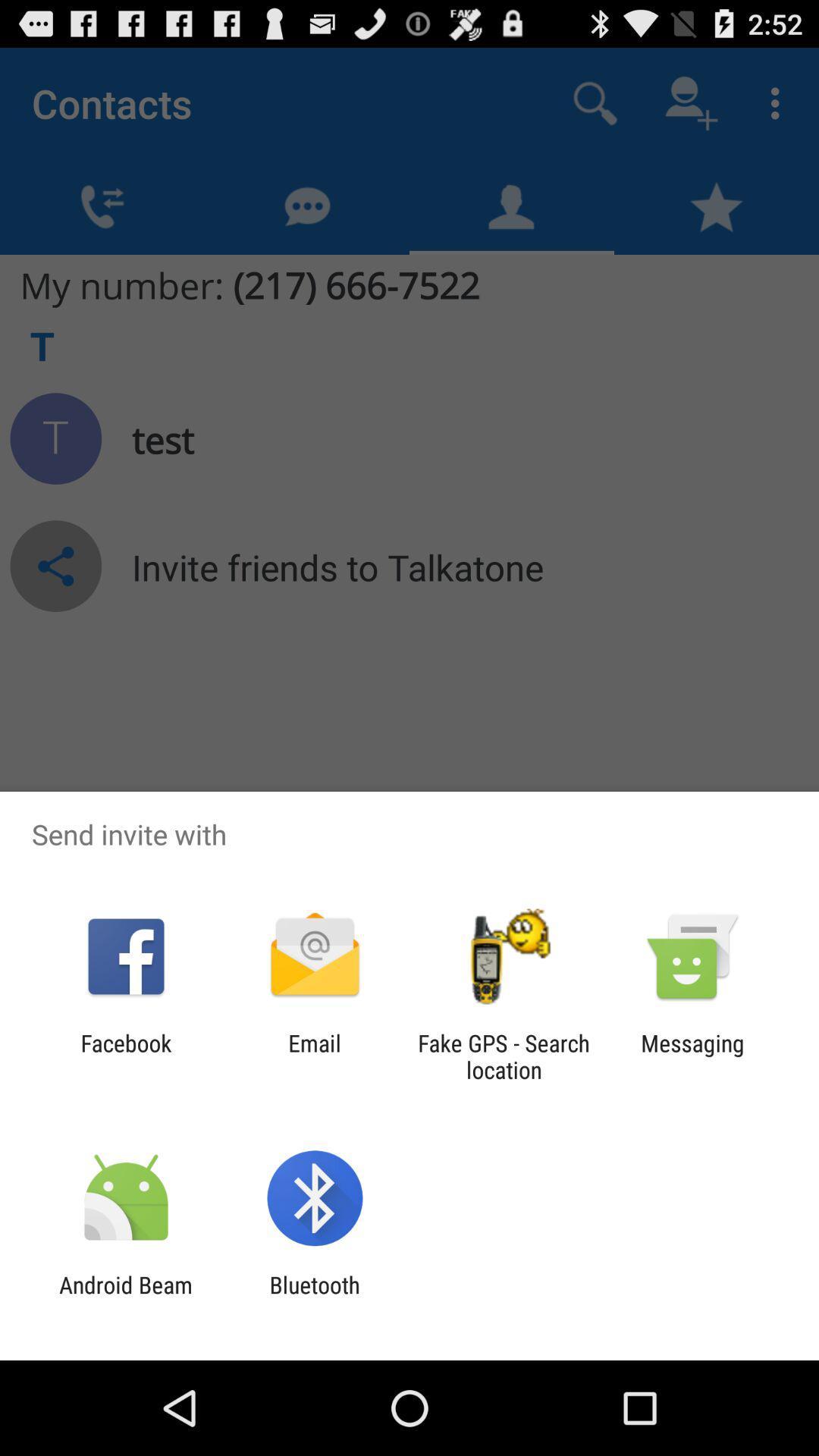  Describe the element at coordinates (125, 1056) in the screenshot. I see `facebook app` at that location.